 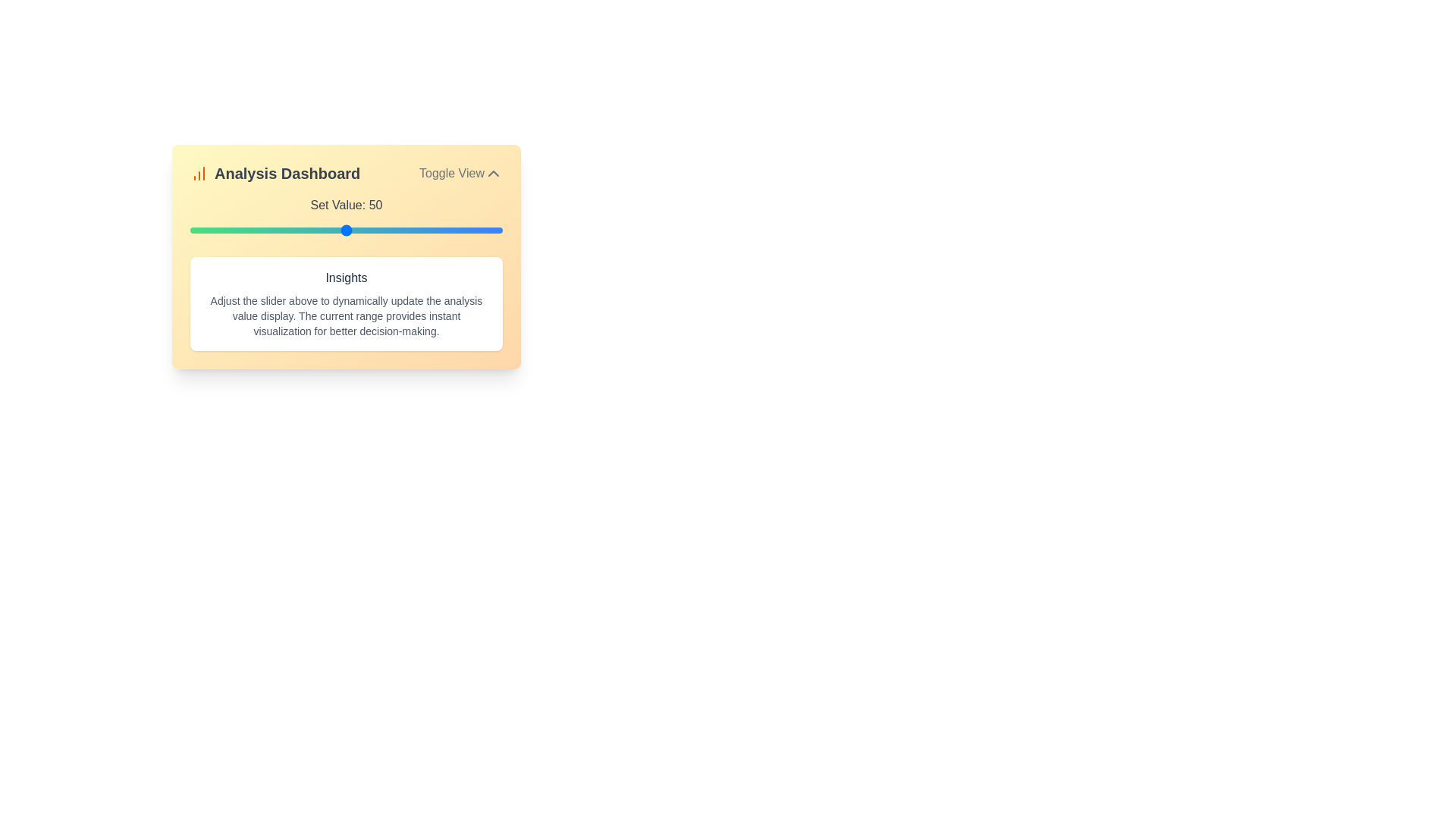 I want to click on the slider to set the value to 20, so click(x=253, y=231).